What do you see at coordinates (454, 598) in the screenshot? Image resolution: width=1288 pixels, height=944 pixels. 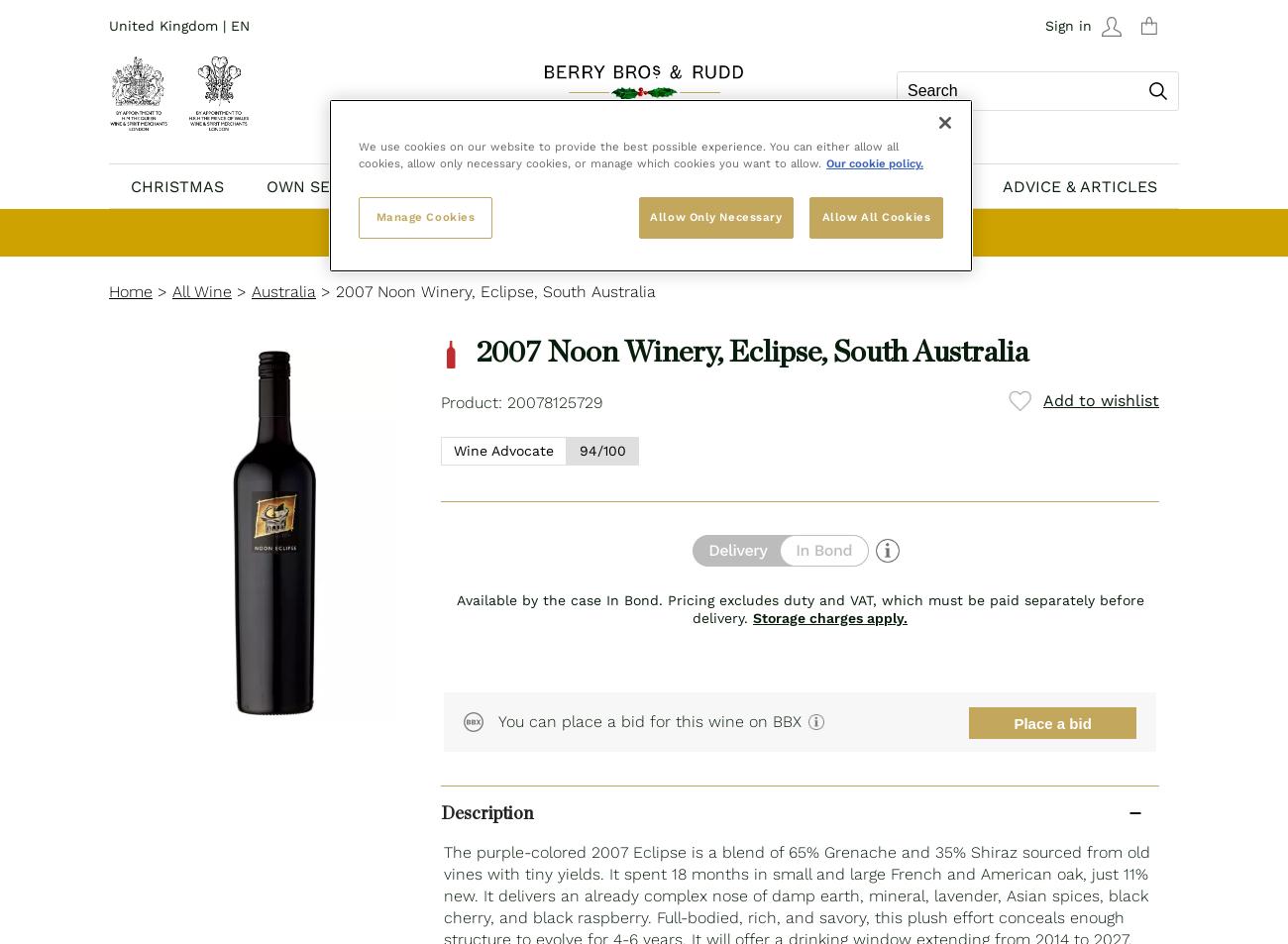 I see `'Available by the case In Bond.'` at bounding box center [454, 598].